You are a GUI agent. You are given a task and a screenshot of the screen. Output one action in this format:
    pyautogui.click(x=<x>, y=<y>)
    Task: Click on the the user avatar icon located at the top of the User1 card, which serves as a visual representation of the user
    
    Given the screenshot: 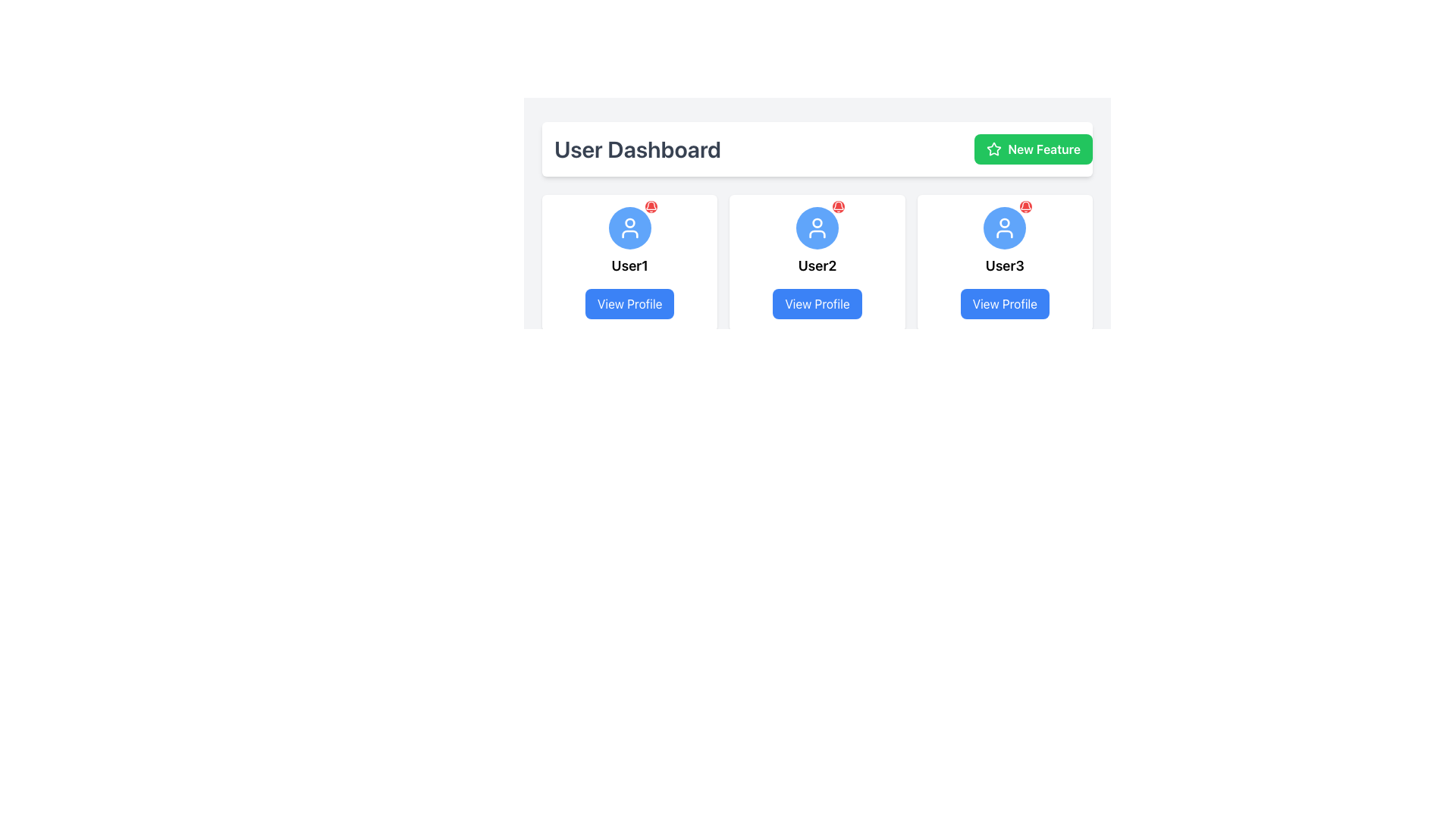 What is the action you would take?
    pyautogui.click(x=629, y=227)
    